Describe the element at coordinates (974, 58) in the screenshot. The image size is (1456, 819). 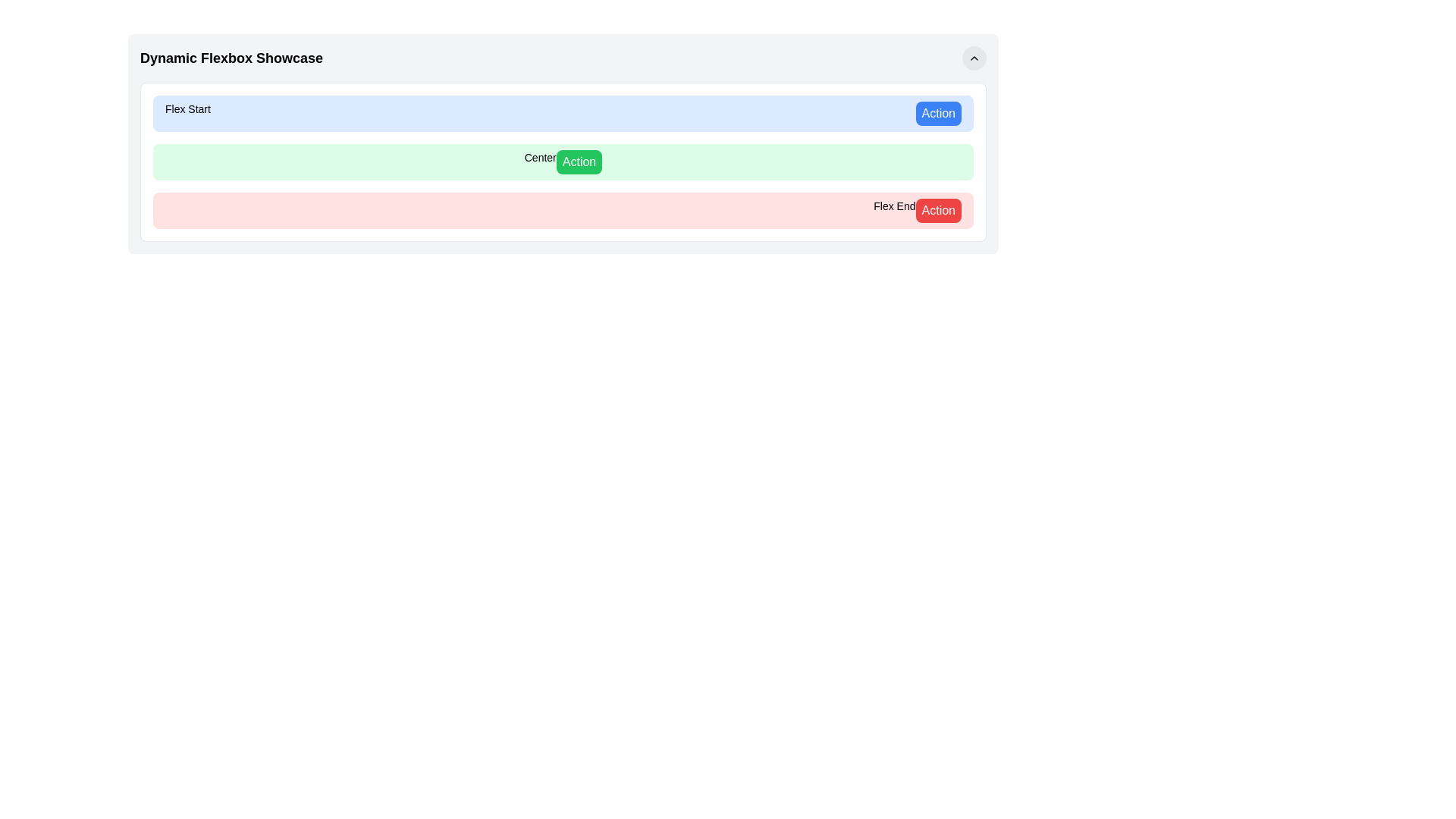
I see `the small, up-pointing chevron arrow icon located in the top-right corner of the application interface, which is part of a circular button with a subtle gray background` at that location.